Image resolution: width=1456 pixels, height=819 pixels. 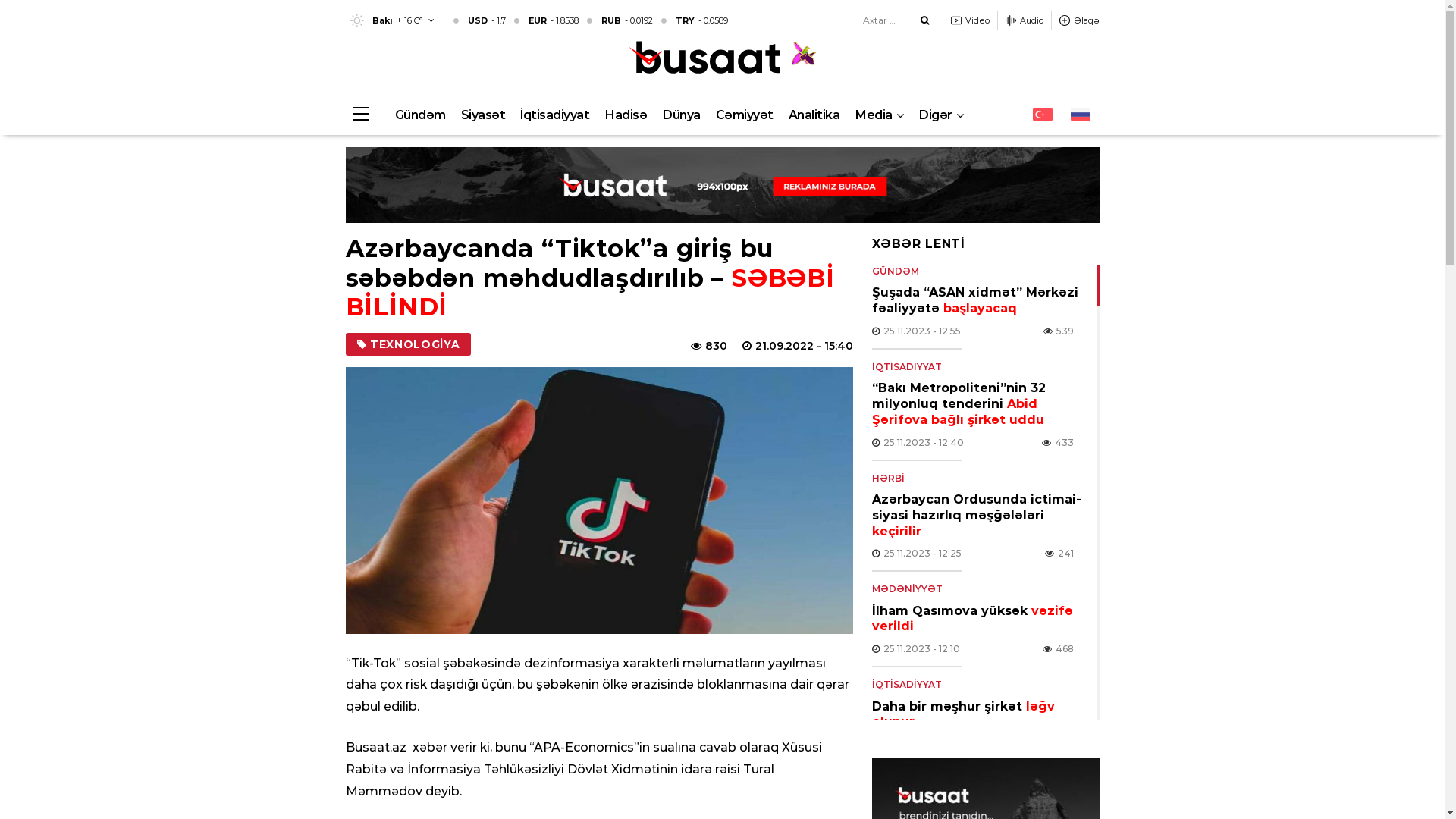 I want to click on 'Busaat.az', so click(x=629, y=58).